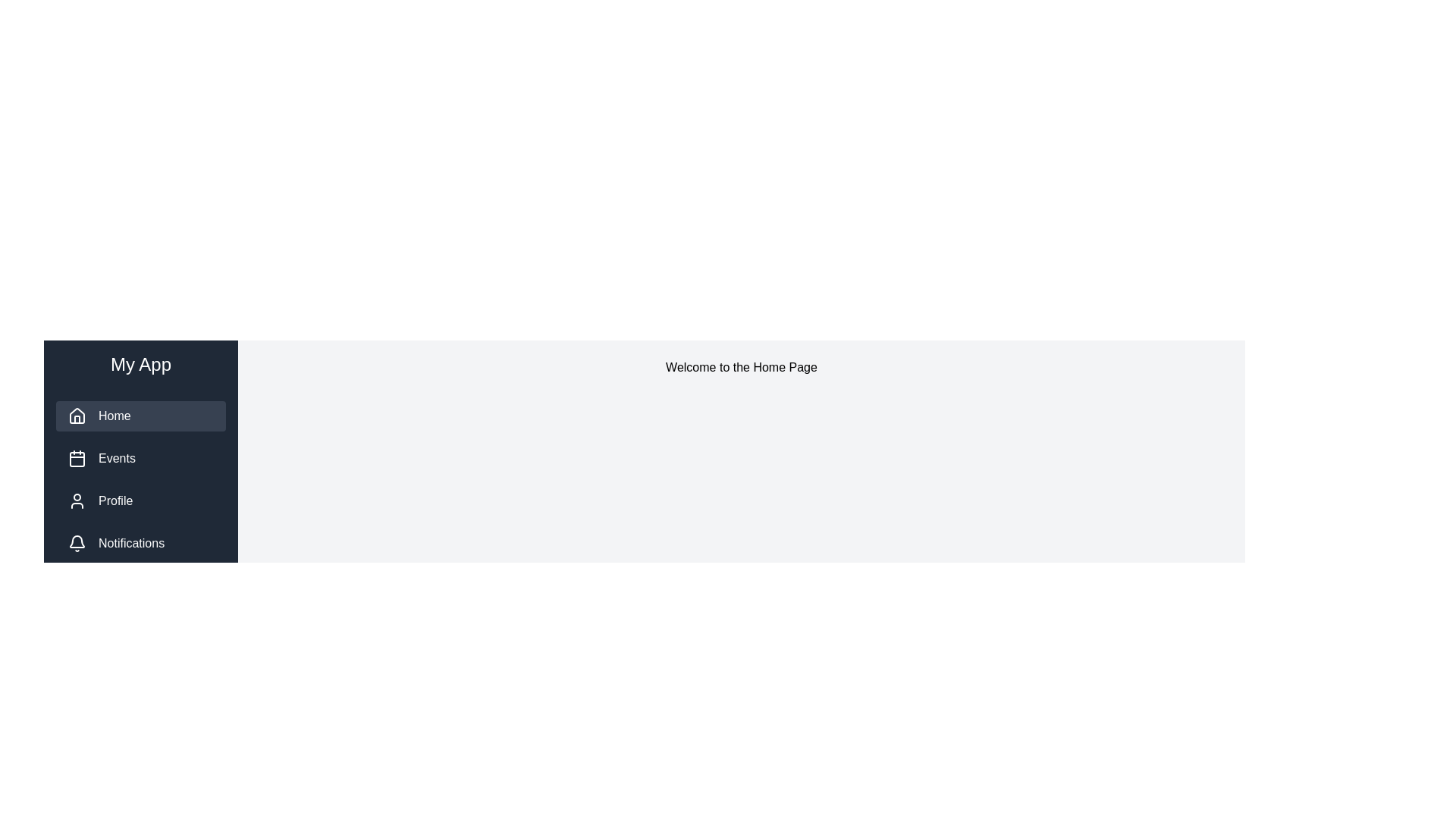 Image resolution: width=1456 pixels, height=819 pixels. Describe the element at coordinates (76, 415) in the screenshot. I see `the home icon in the 'My App' sidebar menu, which represents the home menu option` at that location.